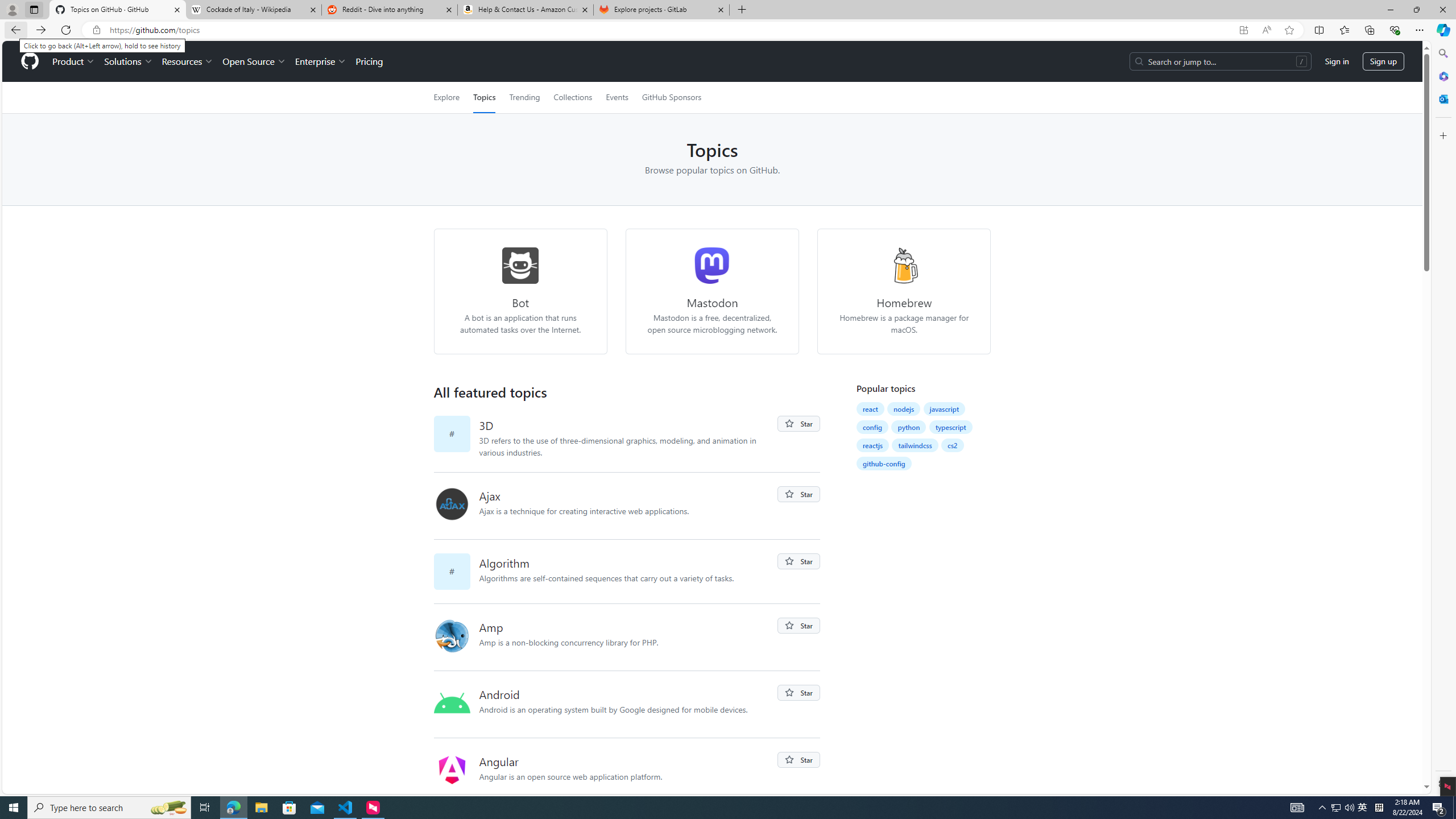  Describe the element at coordinates (628, 636) in the screenshot. I see `'Amp Amp is a non-blocking concurrency library for PHP.'` at that location.